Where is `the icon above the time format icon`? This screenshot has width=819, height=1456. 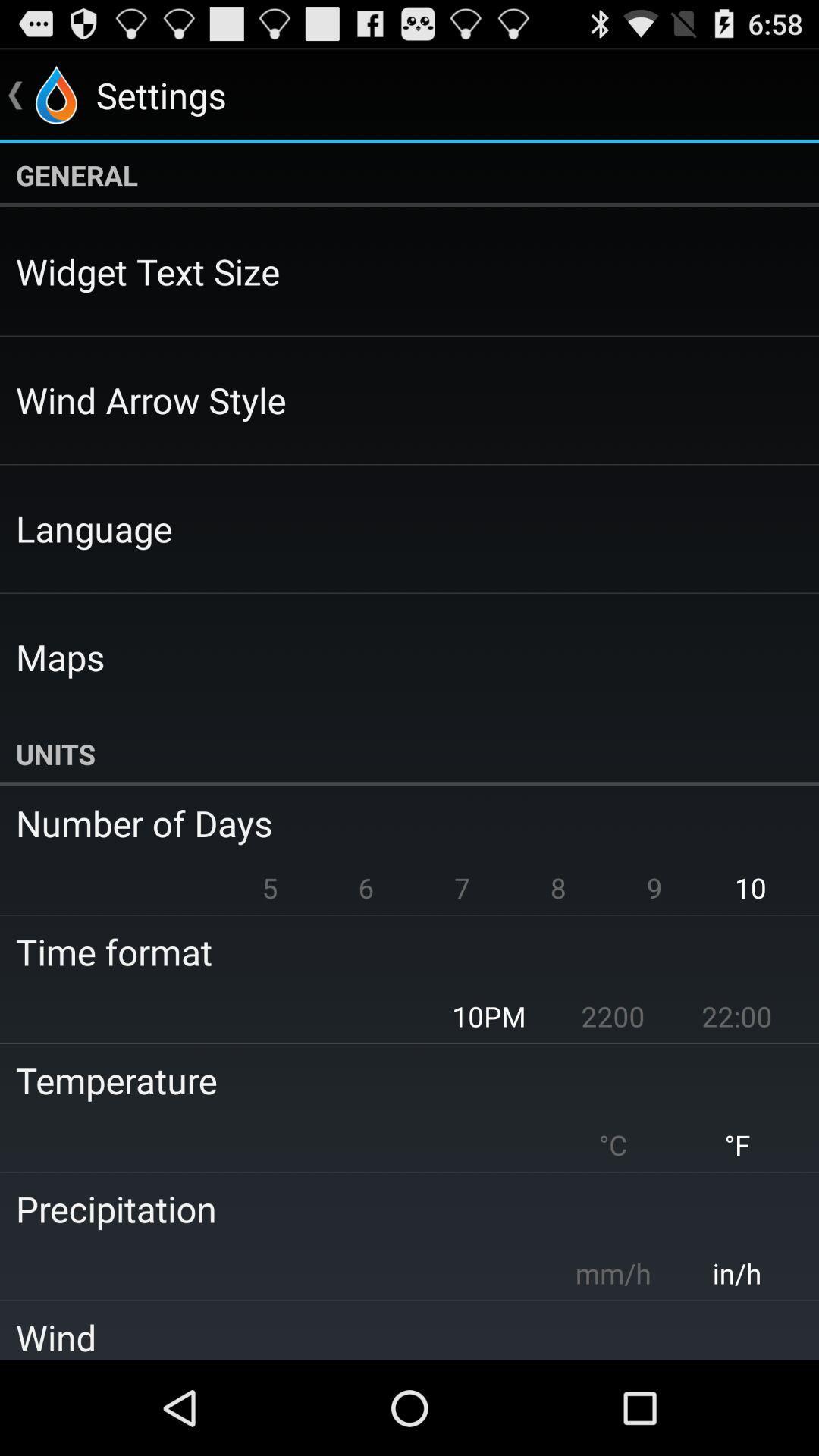 the icon above the time format icon is located at coordinates (269, 887).